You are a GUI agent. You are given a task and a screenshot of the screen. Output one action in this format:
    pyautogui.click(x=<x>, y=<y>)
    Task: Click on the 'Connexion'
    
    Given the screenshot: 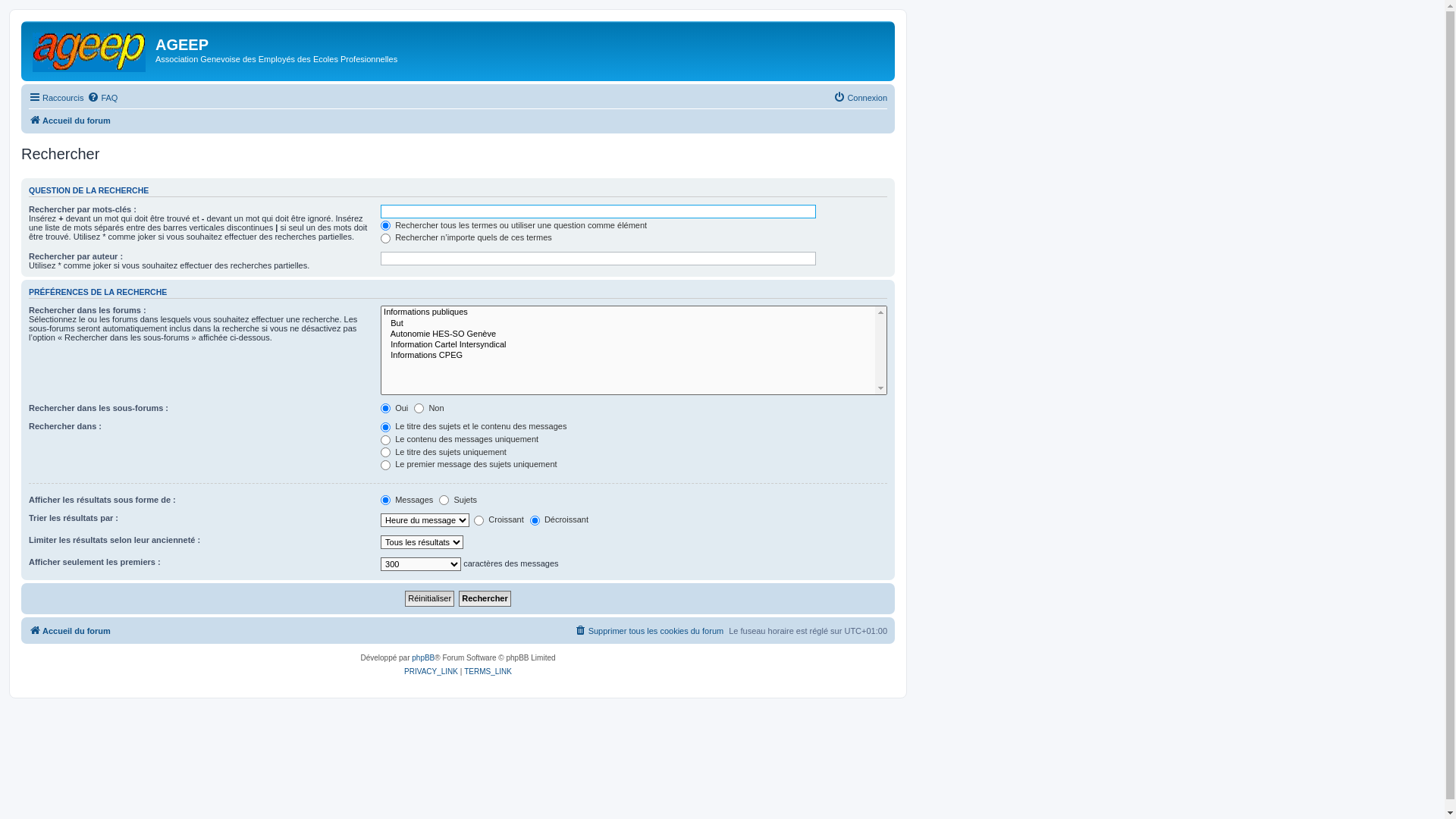 What is the action you would take?
    pyautogui.click(x=860, y=97)
    